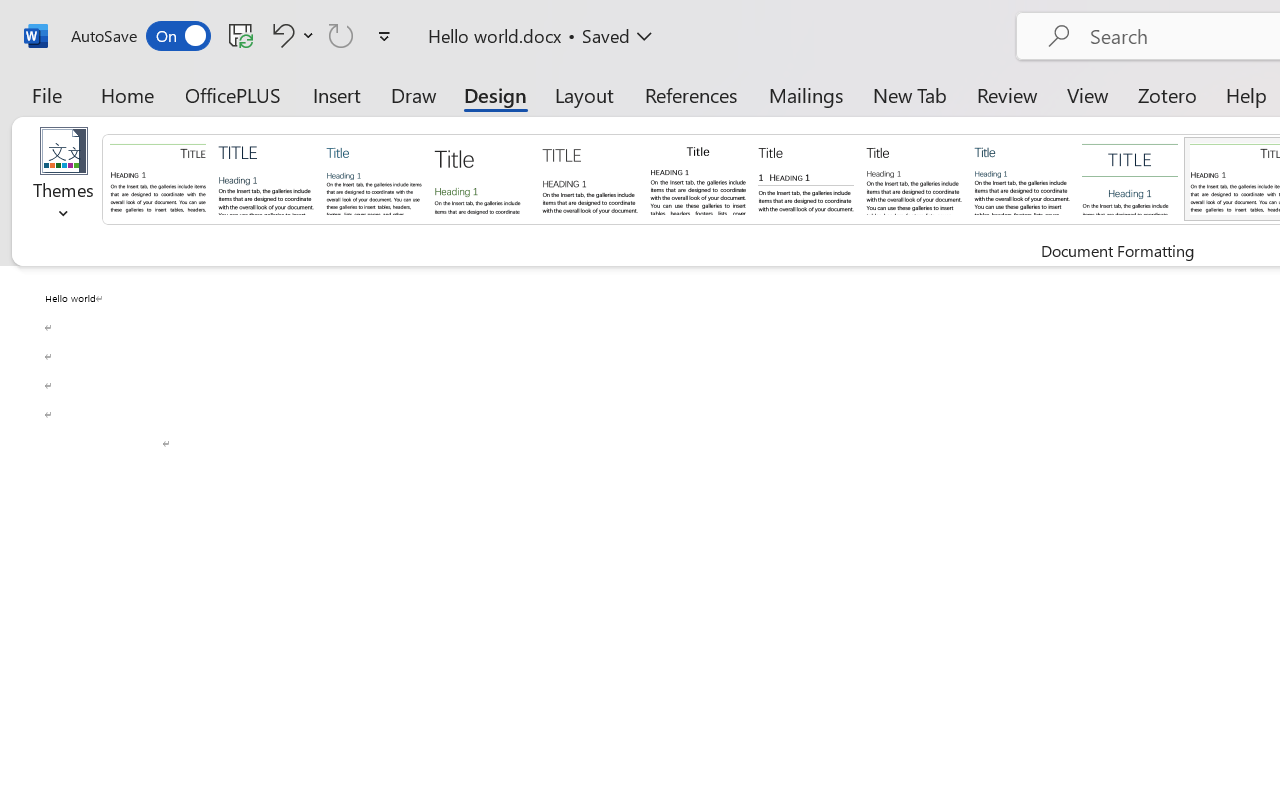 This screenshot has width=1280, height=800. I want to click on 'Basic (Stylish)', so click(481, 177).